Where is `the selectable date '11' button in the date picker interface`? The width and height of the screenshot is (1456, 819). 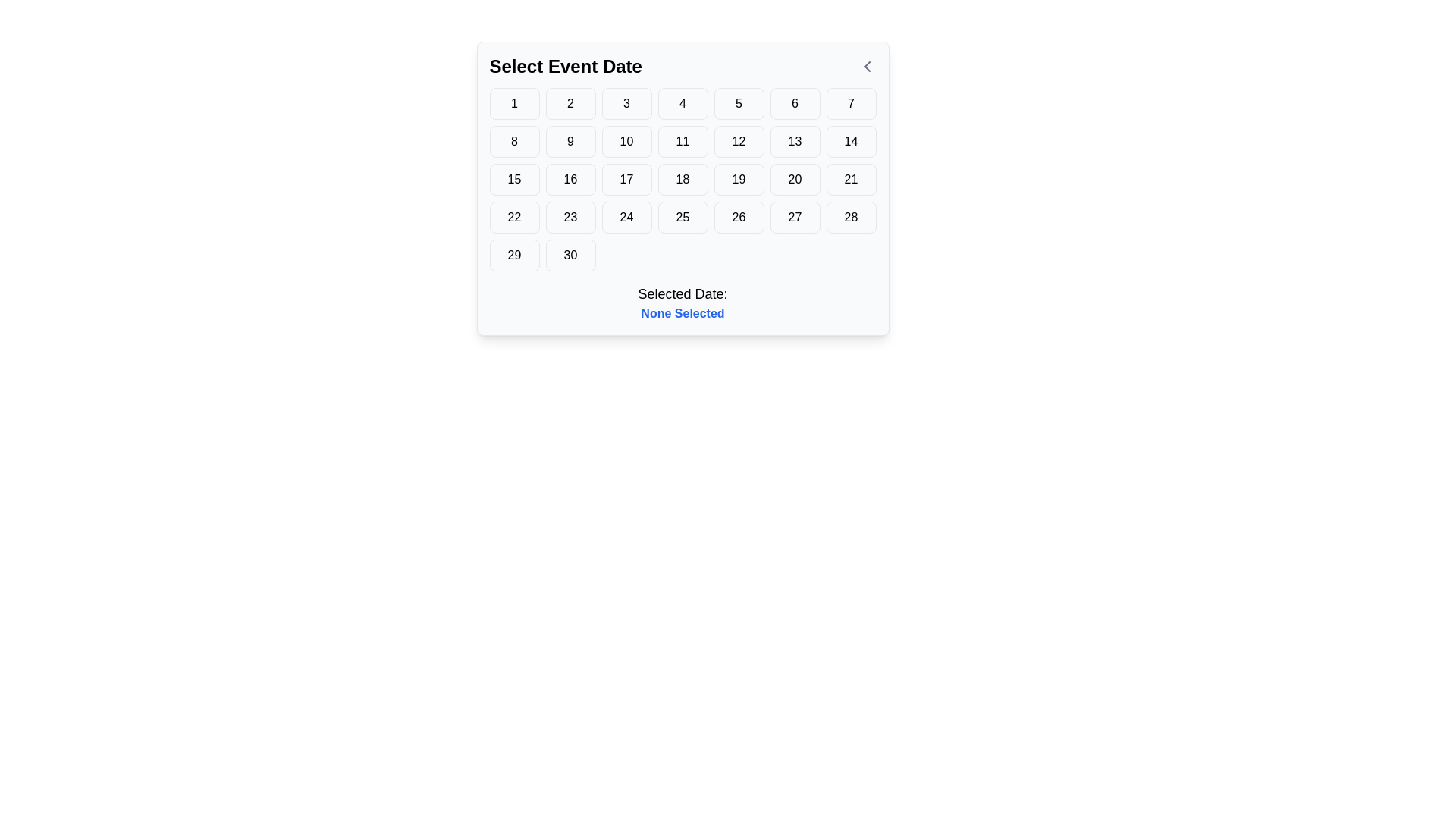
the selectable date '11' button in the date picker interface is located at coordinates (682, 141).